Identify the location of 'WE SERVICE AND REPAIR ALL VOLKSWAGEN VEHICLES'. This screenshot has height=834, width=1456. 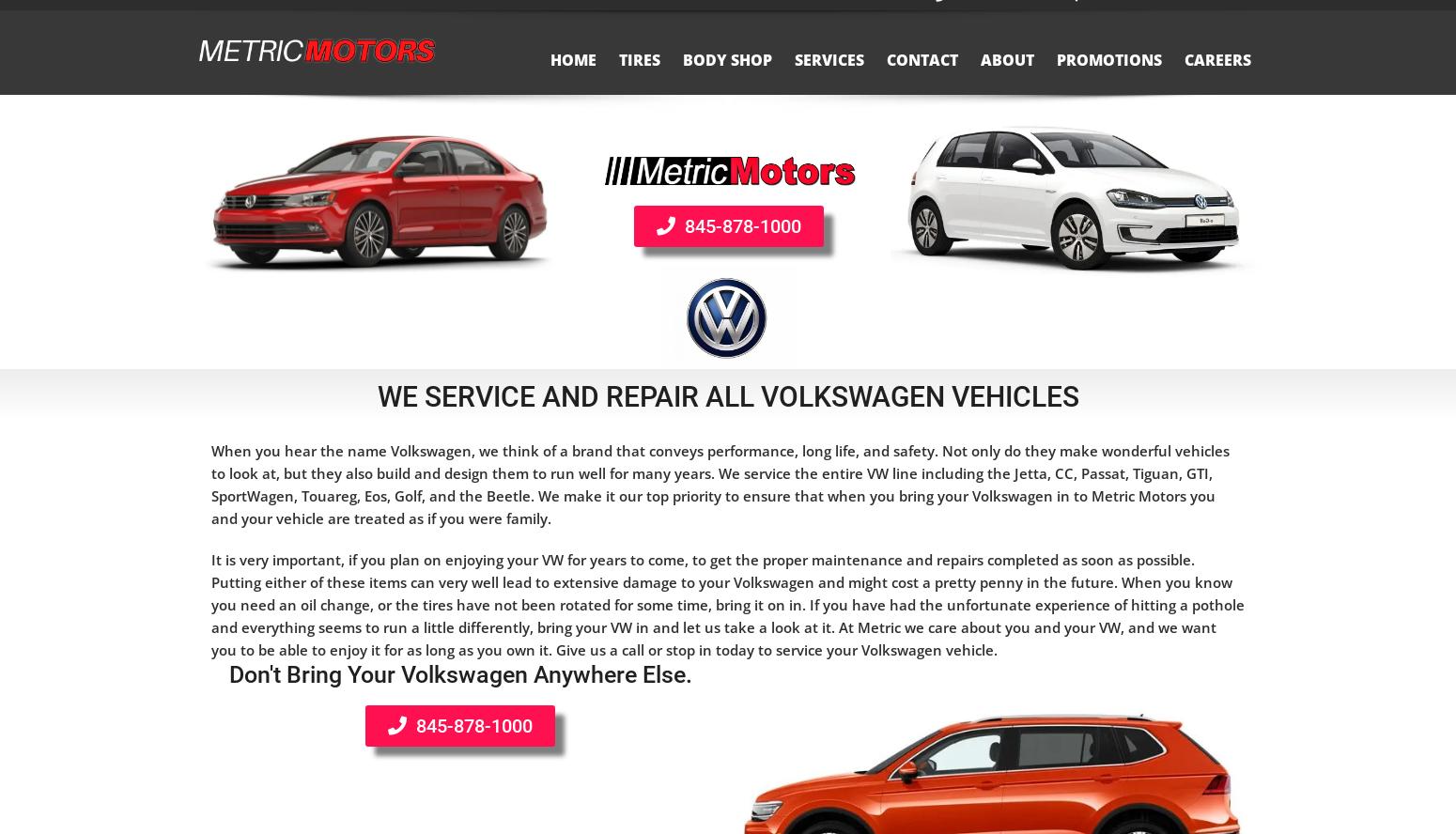
(727, 394).